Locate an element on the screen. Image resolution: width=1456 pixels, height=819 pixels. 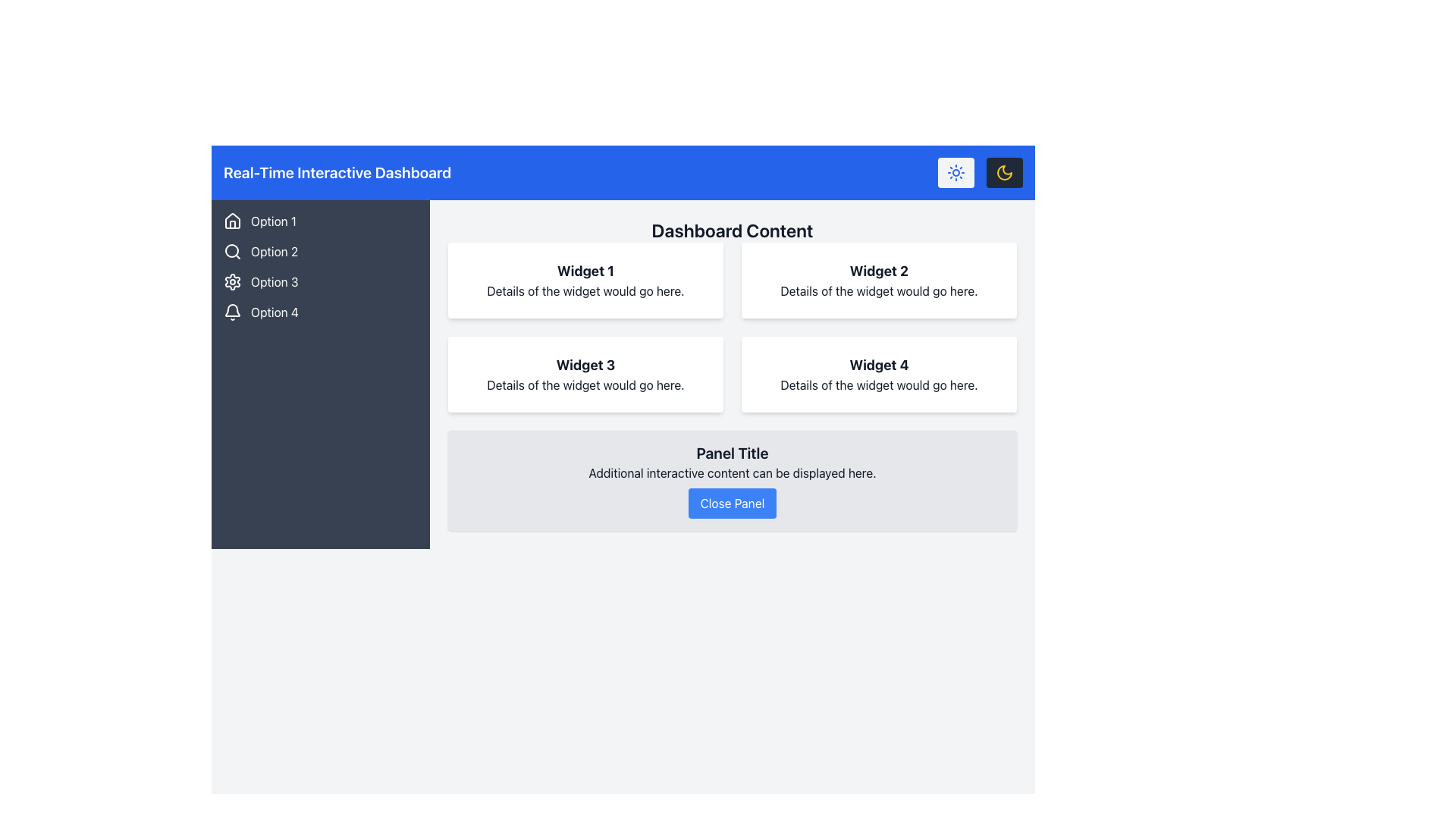
the toggle button for dark mode located at the top-right corner of the layout, next to the sun icon button, to switch the interface's theme to a darker color palette is located at coordinates (1004, 171).